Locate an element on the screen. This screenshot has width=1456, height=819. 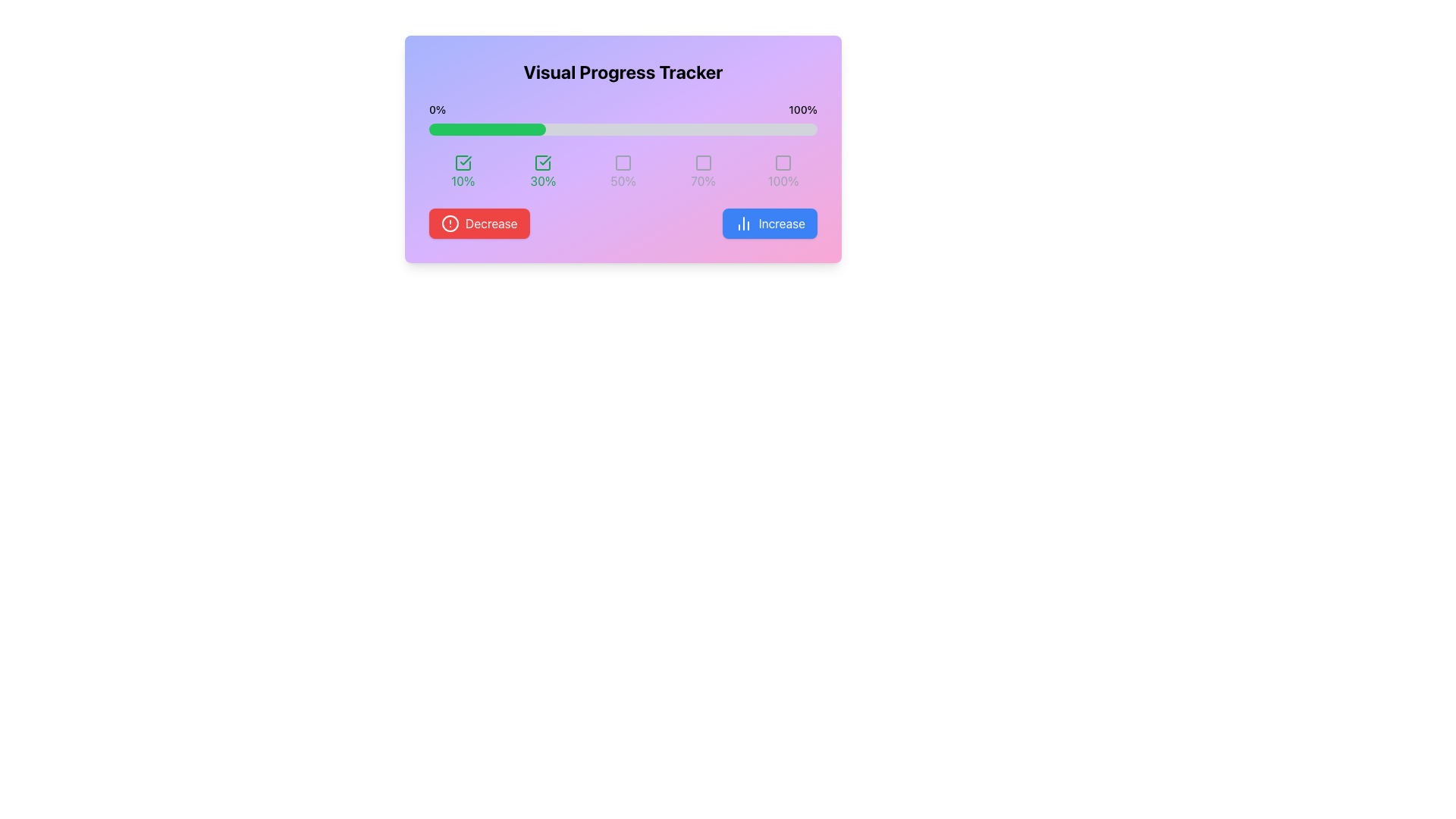
the label displaying '50%' which is centrally aligned below an icon, part of a sequence of percentage labels arranged horizontally is located at coordinates (623, 180).